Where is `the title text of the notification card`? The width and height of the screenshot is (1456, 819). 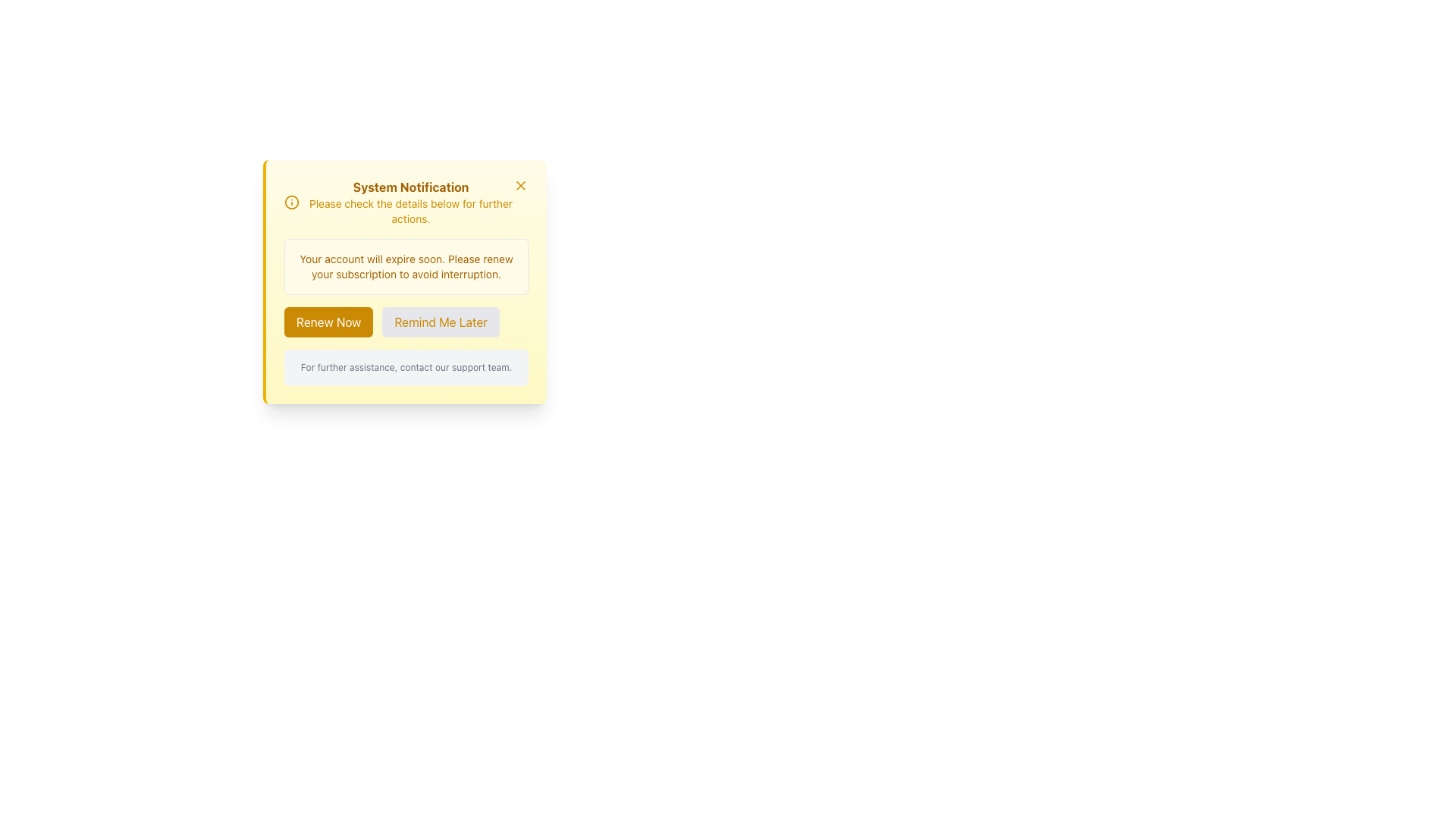 the title text of the notification card is located at coordinates (411, 186).